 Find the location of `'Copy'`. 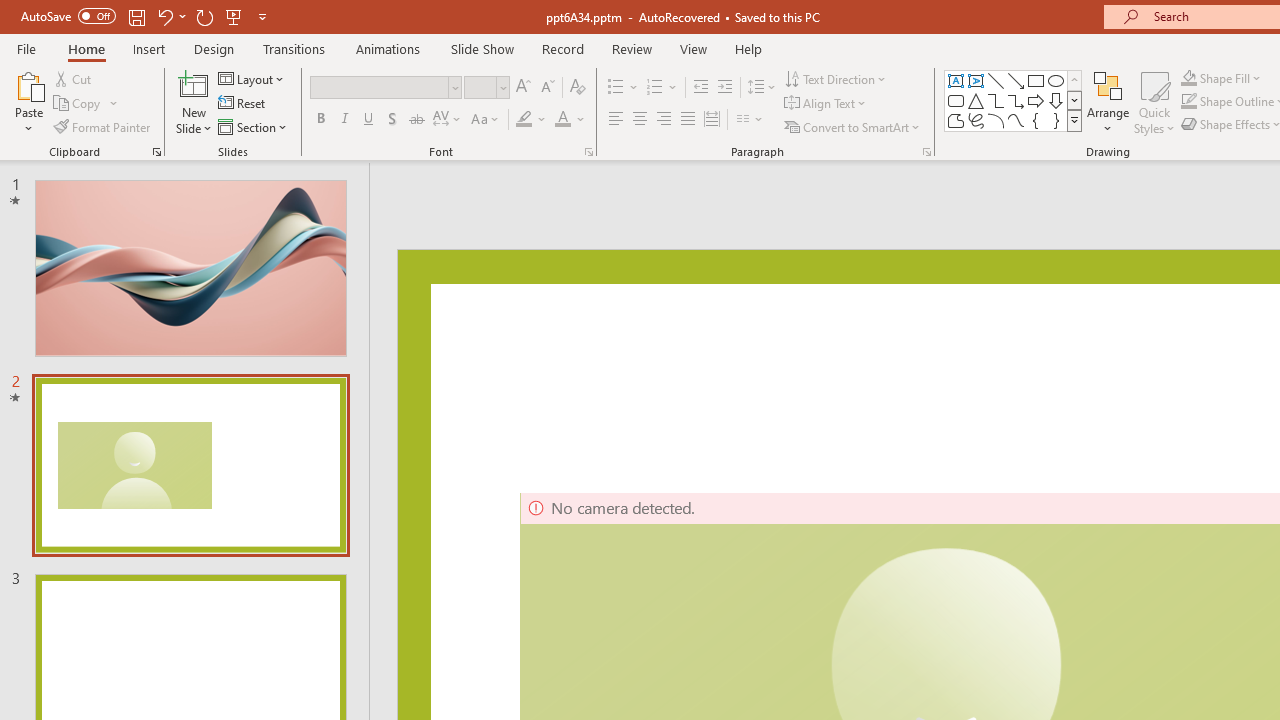

'Copy' is located at coordinates (78, 103).